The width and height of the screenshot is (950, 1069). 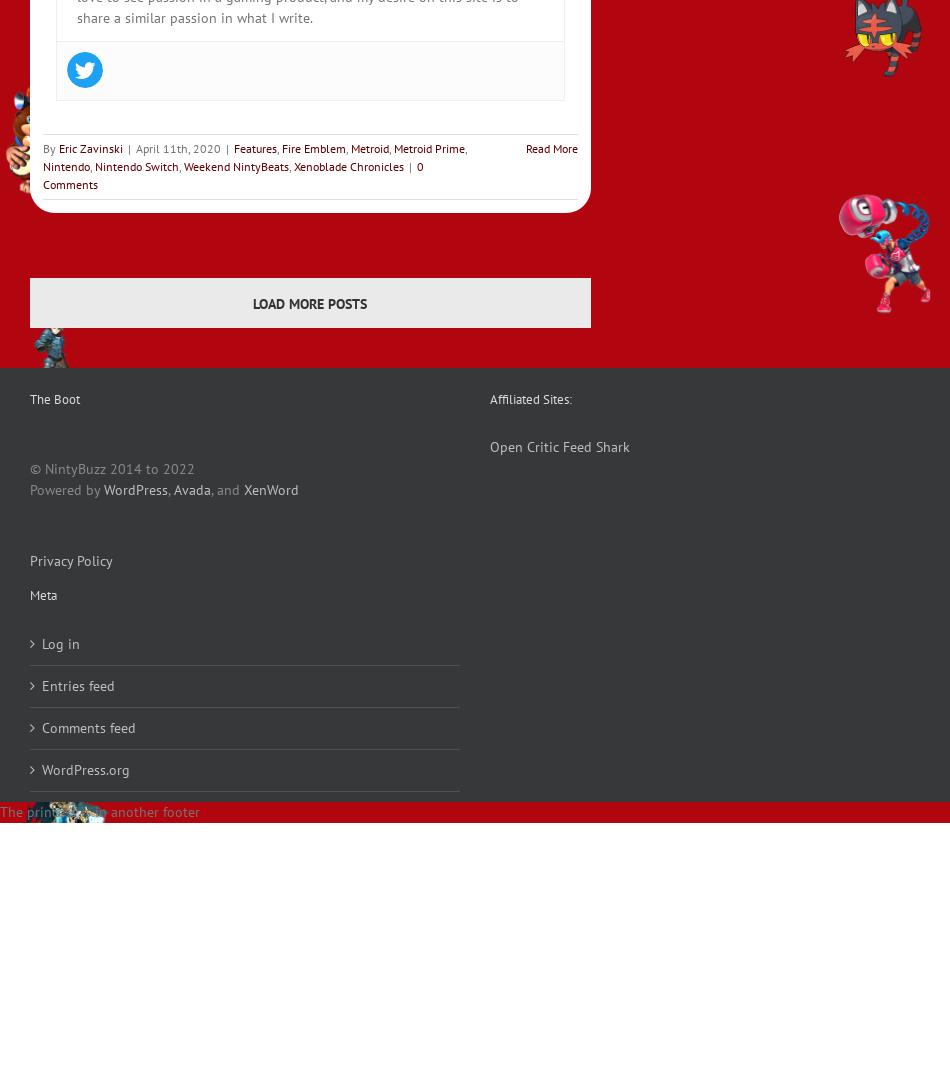 I want to click on 'WordPress', so click(x=136, y=489).